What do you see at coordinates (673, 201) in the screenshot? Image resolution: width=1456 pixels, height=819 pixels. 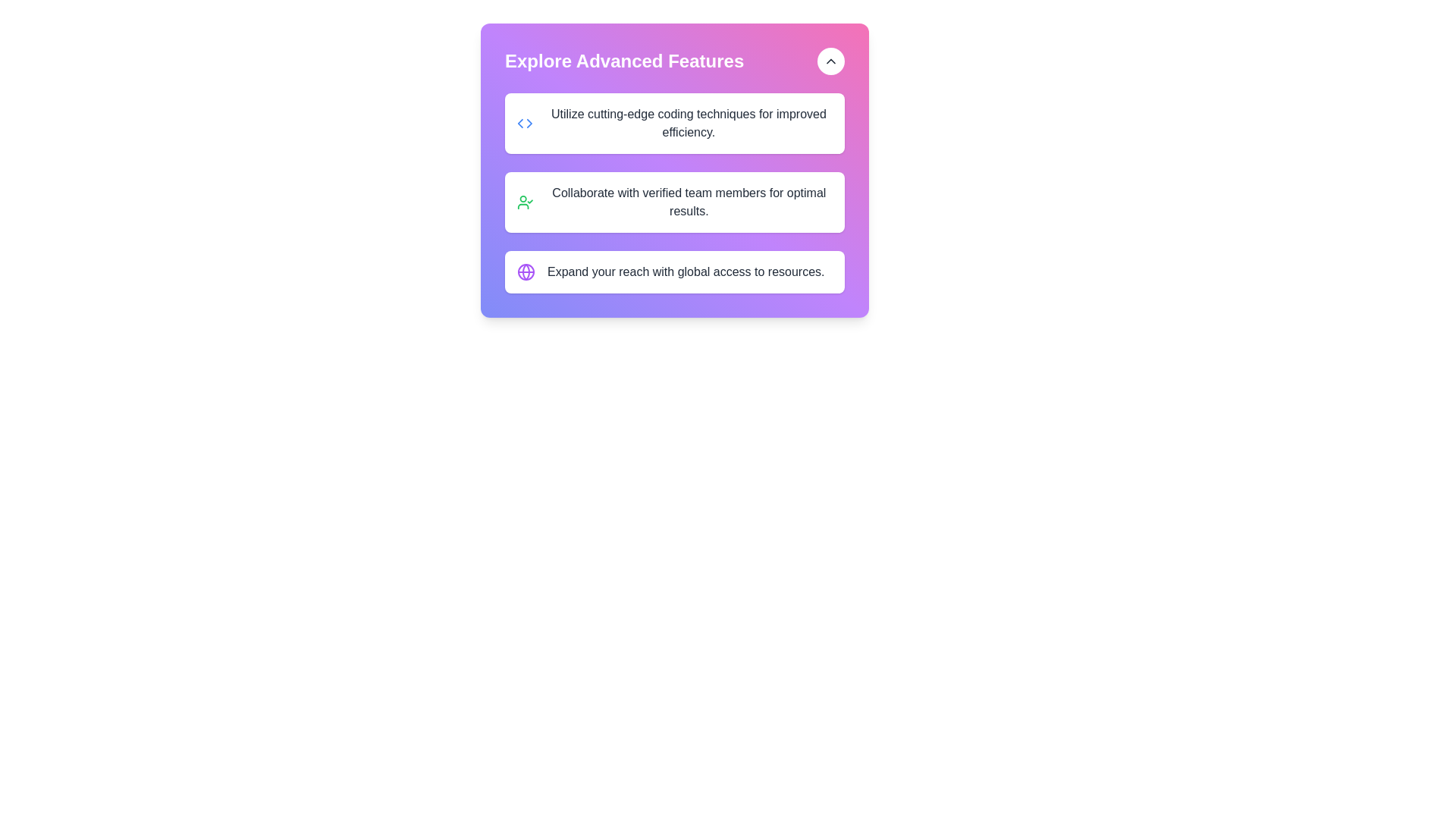 I see `information from the second card component in the 'Explore Advanced Features' section, which highlights collaboration with verified team members` at bounding box center [673, 201].